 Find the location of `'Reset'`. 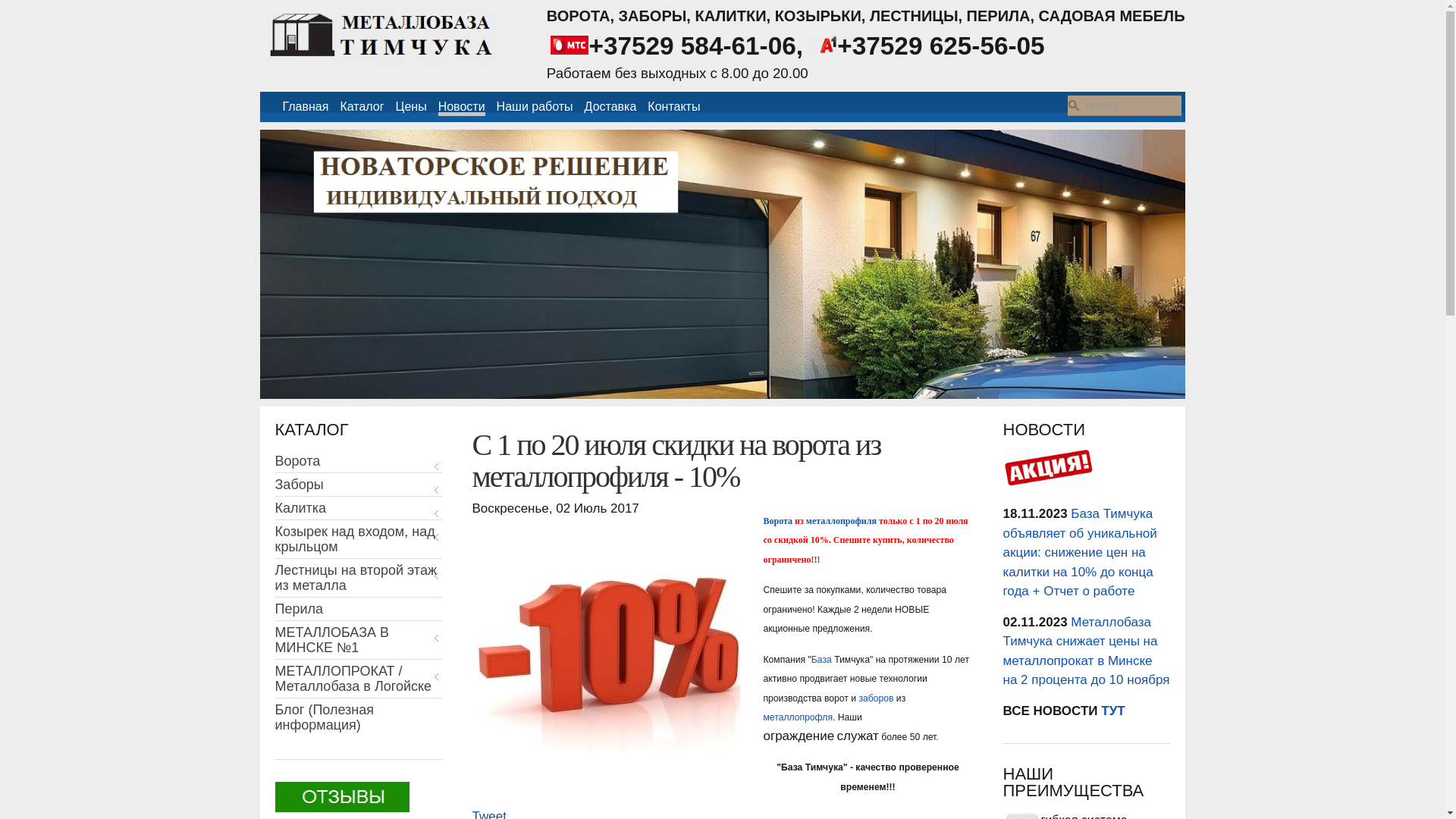

'Reset' is located at coordinates (3, 2).